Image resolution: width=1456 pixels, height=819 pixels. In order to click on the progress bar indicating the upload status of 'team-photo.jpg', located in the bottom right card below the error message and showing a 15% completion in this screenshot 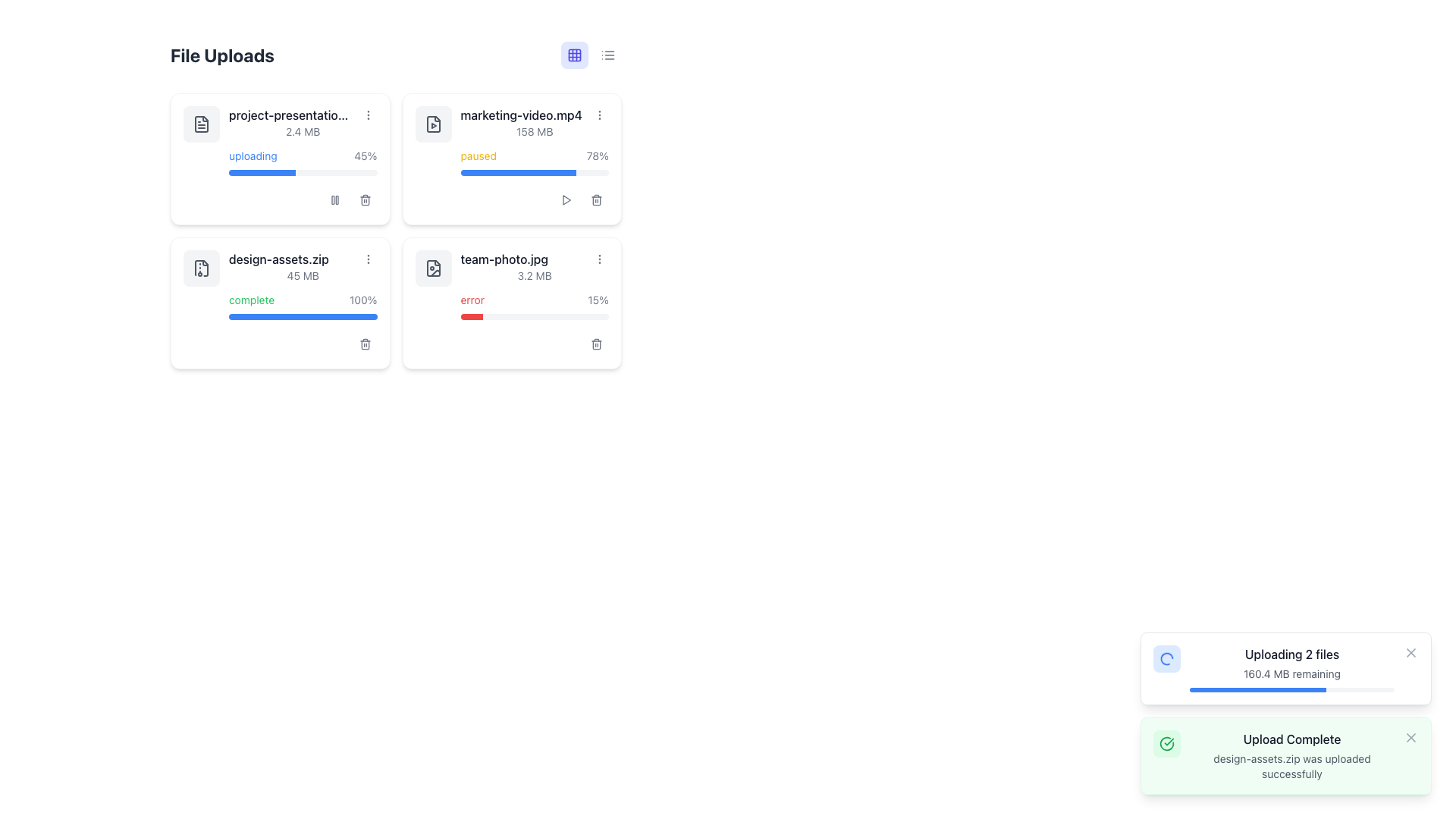, I will do `click(535, 315)`.